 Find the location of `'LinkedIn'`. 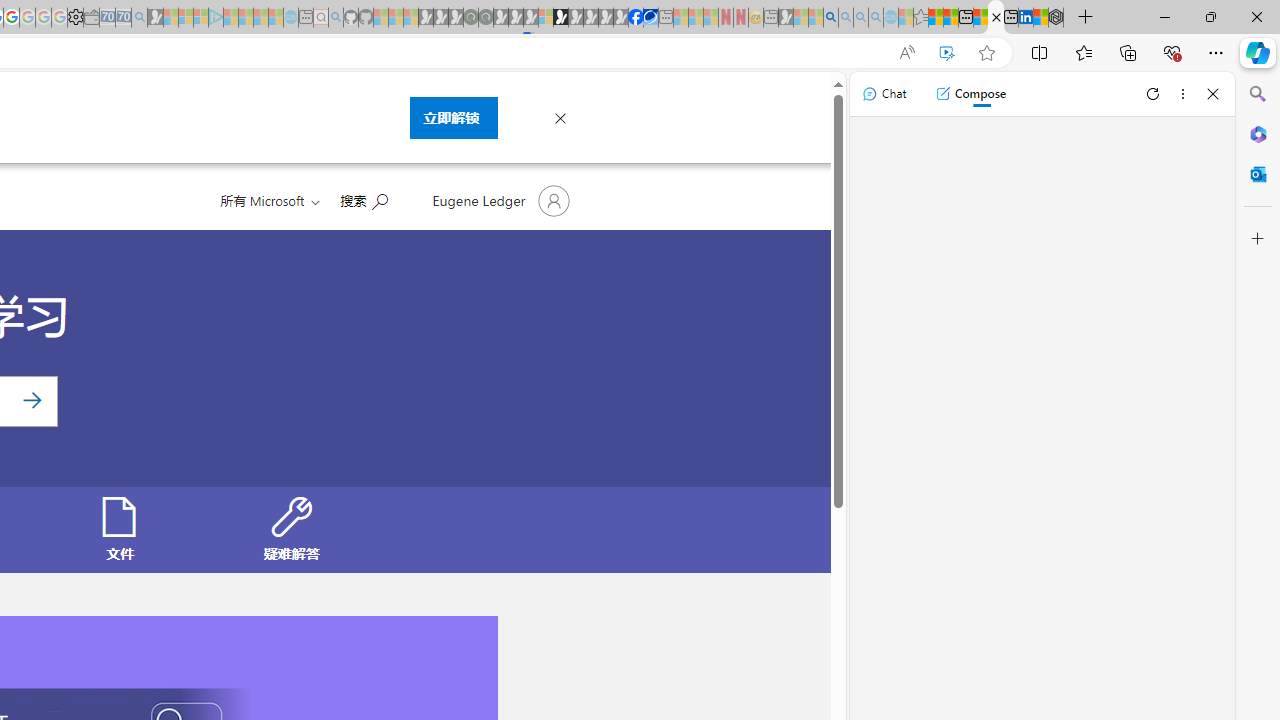

'LinkedIn' is located at coordinates (1025, 17).